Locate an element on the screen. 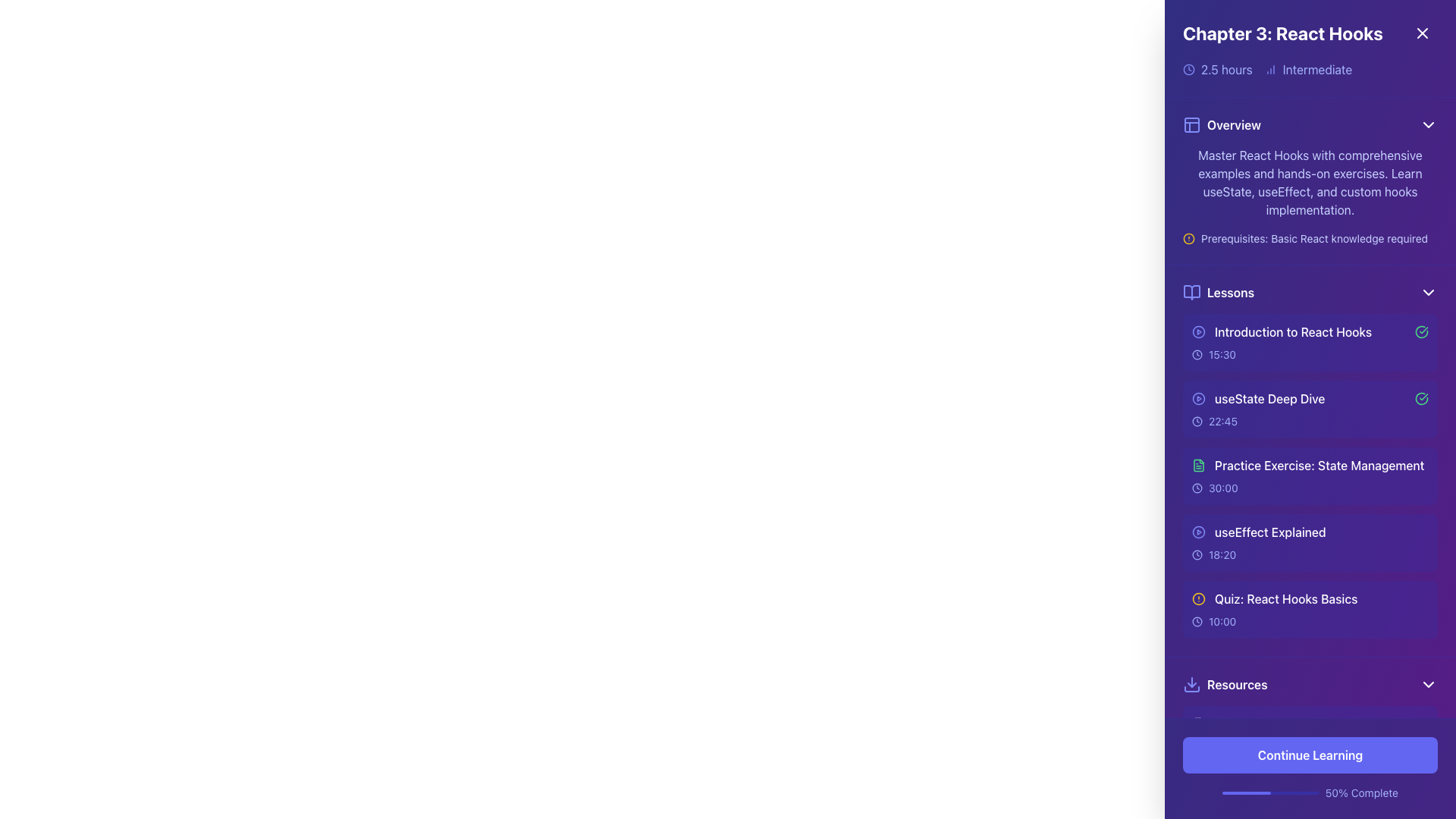  the play button icon located to the left of the 'useEffect Explained' lesson in the sidebar is located at coordinates (1197, 532).